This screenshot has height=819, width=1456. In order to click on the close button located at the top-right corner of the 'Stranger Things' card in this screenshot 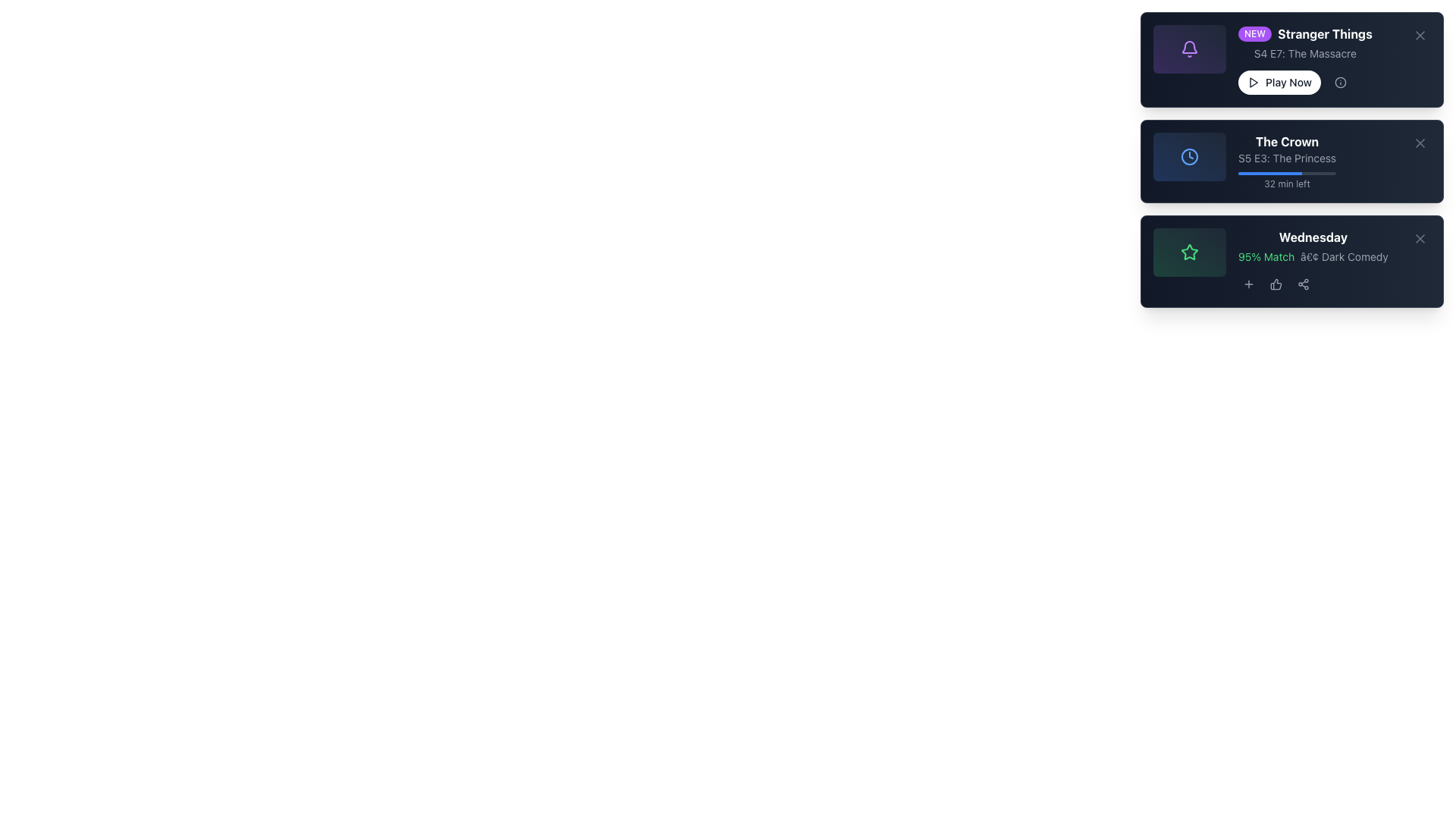, I will do `click(1419, 34)`.